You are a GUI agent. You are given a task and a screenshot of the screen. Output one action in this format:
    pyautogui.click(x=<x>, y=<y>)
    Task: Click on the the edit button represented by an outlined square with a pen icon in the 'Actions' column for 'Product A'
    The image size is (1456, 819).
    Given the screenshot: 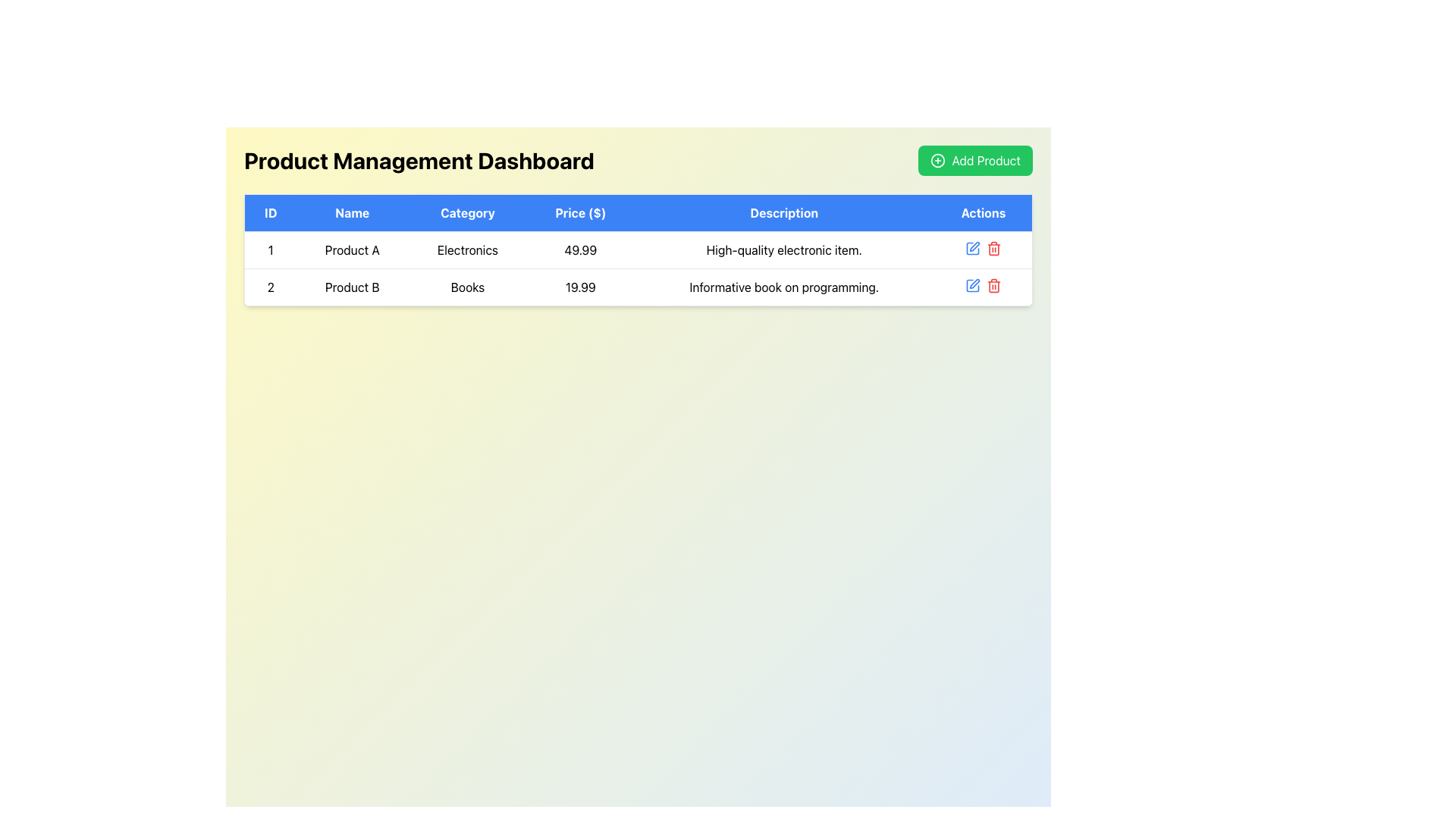 What is the action you would take?
    pyautogui.click(x=974, y=246)
    